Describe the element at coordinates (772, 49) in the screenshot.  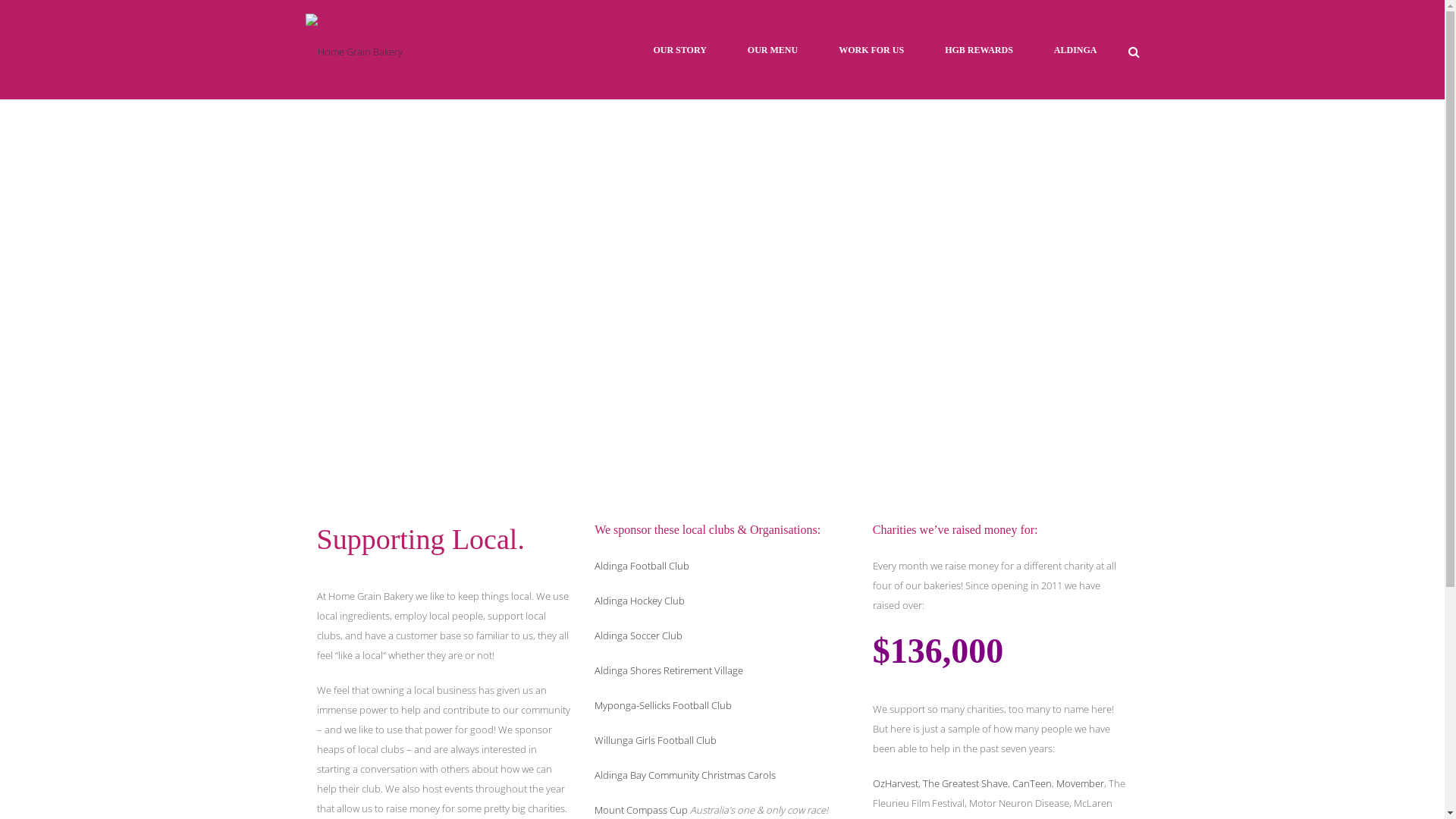
I see `'OUR MENU'` at that location.